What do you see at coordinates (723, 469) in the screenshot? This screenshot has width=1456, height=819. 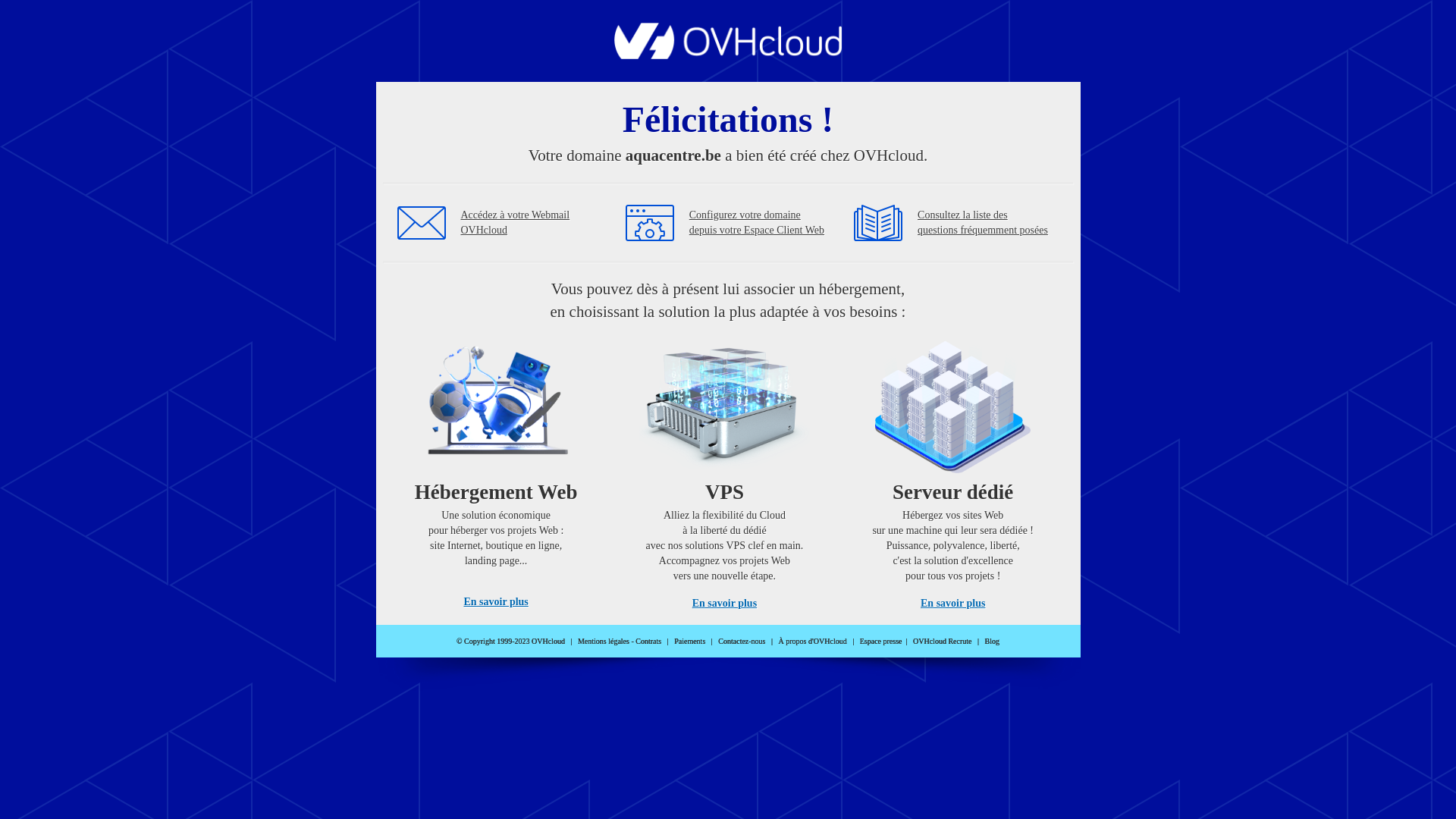 I see `'VPS'` at bounding box center [723, 469].